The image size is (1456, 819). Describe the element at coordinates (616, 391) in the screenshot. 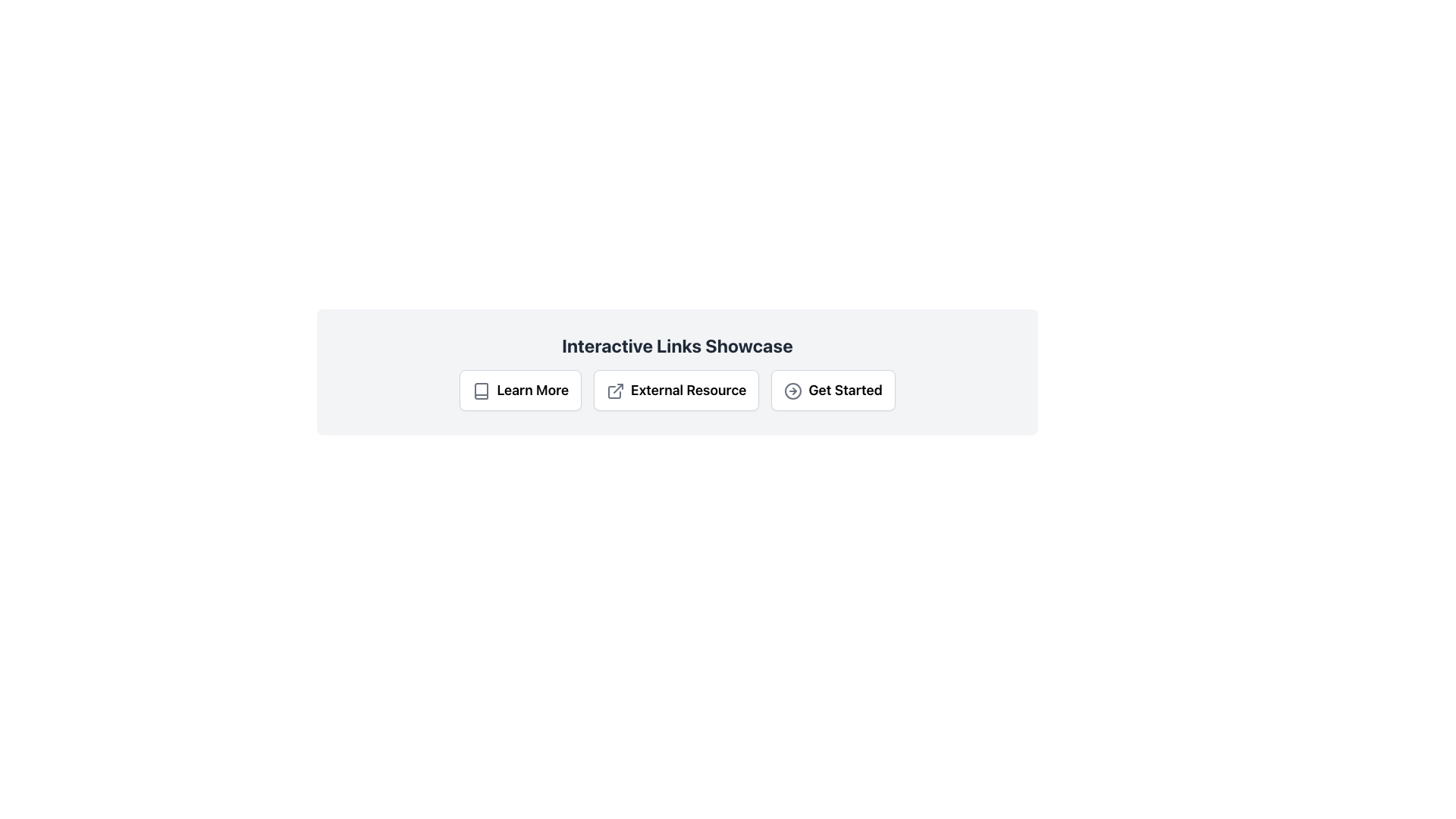

I see `external link SVG icon visually located to the left of the 'External Resource' button, which is the second button in a horizontal layout of three buttons` at that location.